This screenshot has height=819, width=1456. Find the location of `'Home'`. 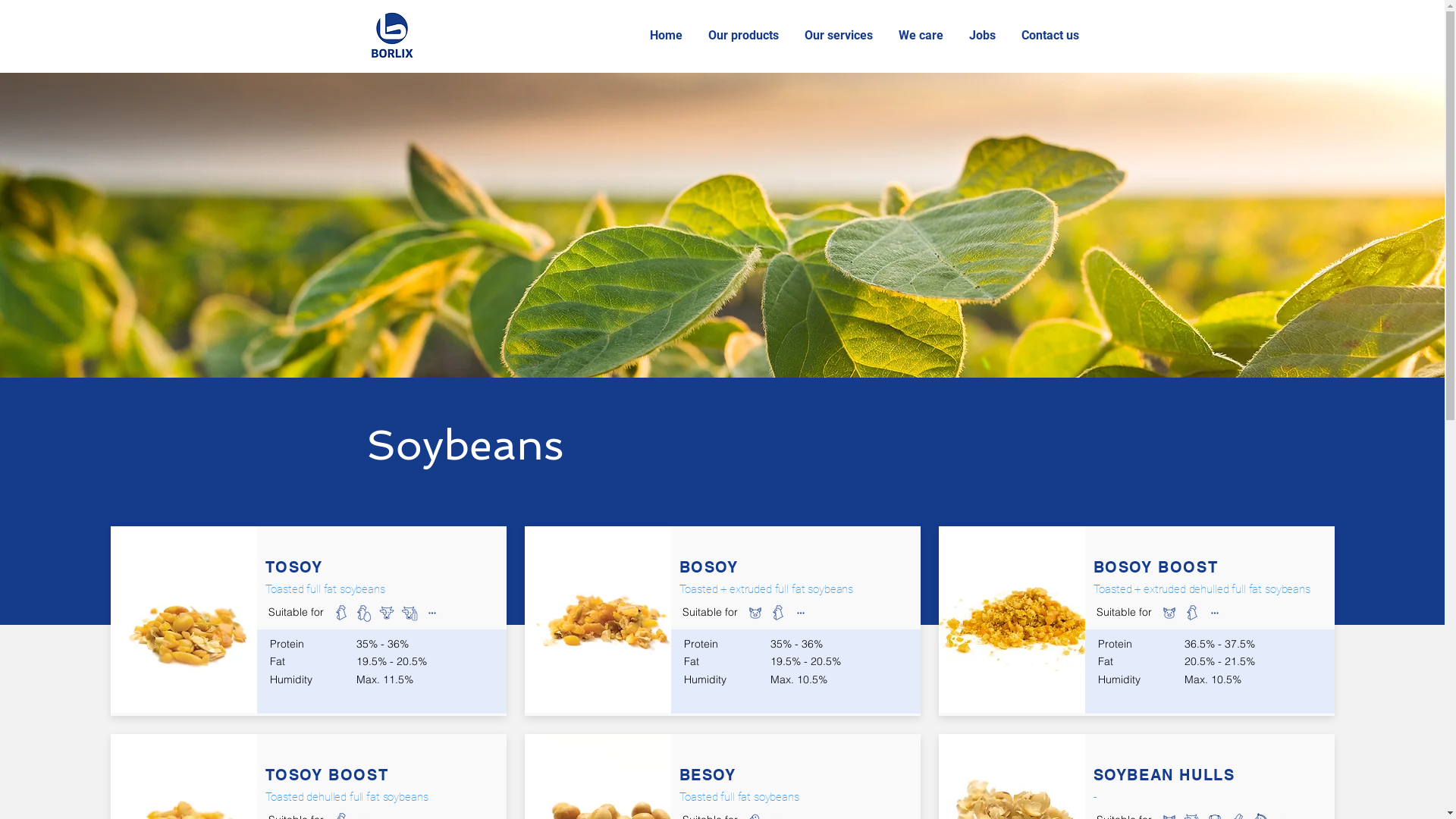

'Home' is located at coordinates (667, 34).